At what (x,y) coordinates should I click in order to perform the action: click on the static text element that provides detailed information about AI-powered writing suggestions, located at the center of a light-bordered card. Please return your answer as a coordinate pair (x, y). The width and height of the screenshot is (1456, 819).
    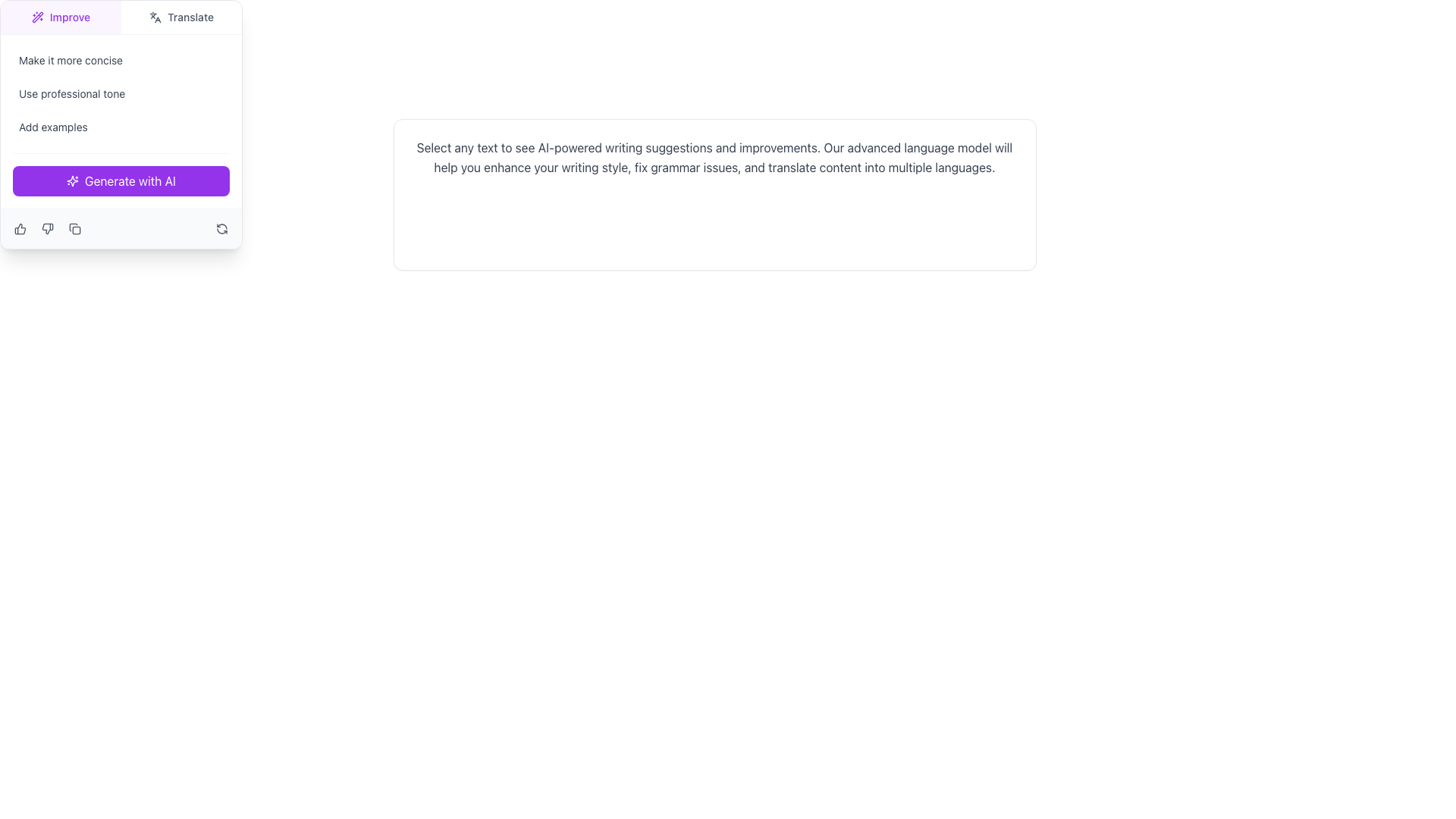
    Looking at the image, I should click on (714, 158).